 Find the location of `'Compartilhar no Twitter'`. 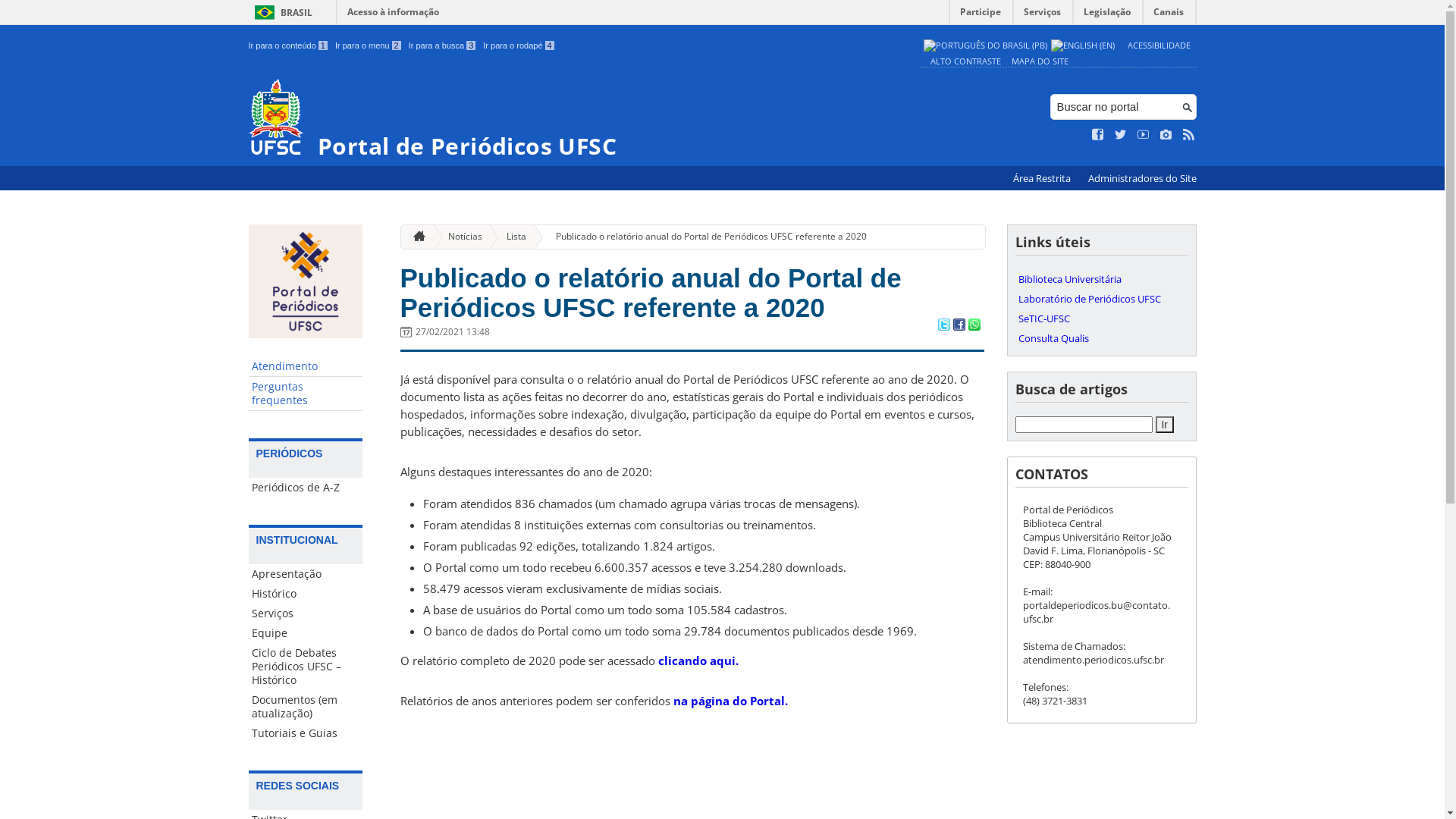

'Compartilhar no Twitter' is located at coordinates (942, 325).